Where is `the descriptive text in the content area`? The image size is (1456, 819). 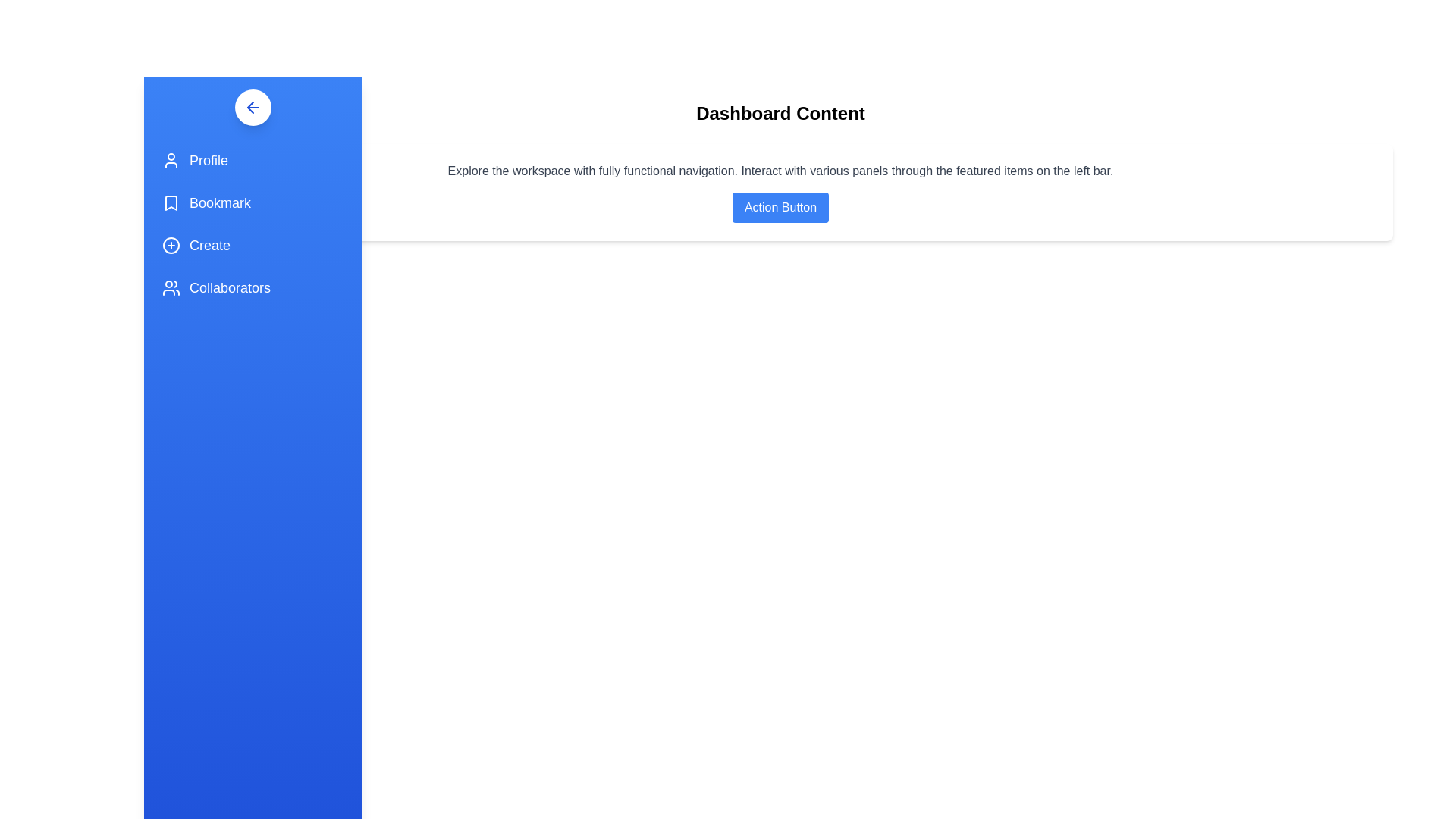
the descriptive text in the content area is located at coordinates (780, 171).